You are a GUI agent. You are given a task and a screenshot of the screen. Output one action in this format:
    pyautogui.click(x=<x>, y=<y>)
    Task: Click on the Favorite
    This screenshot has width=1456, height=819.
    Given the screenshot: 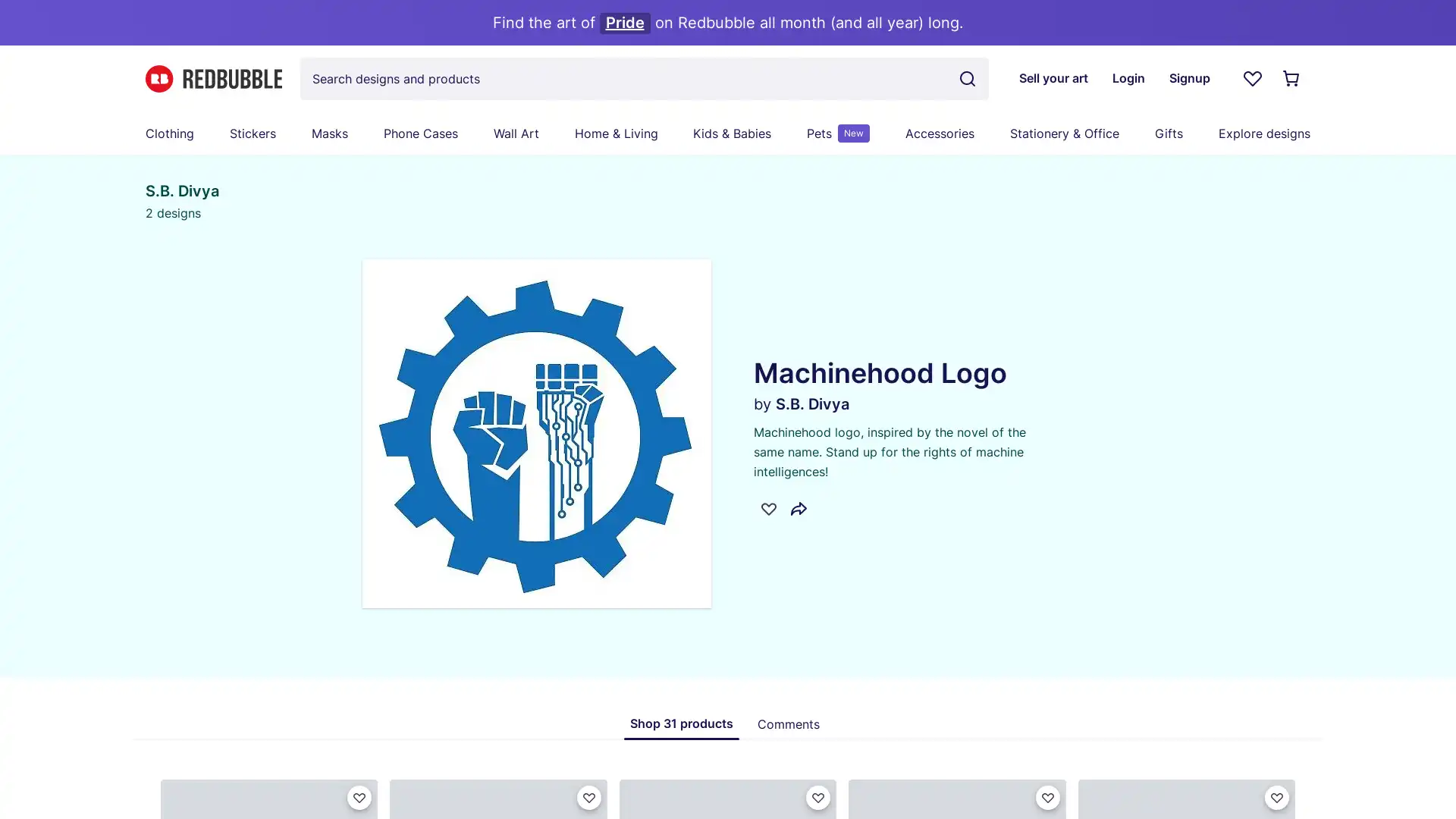 What is the action you would take?
    pyautogui.click(x=1276, y=797)
    